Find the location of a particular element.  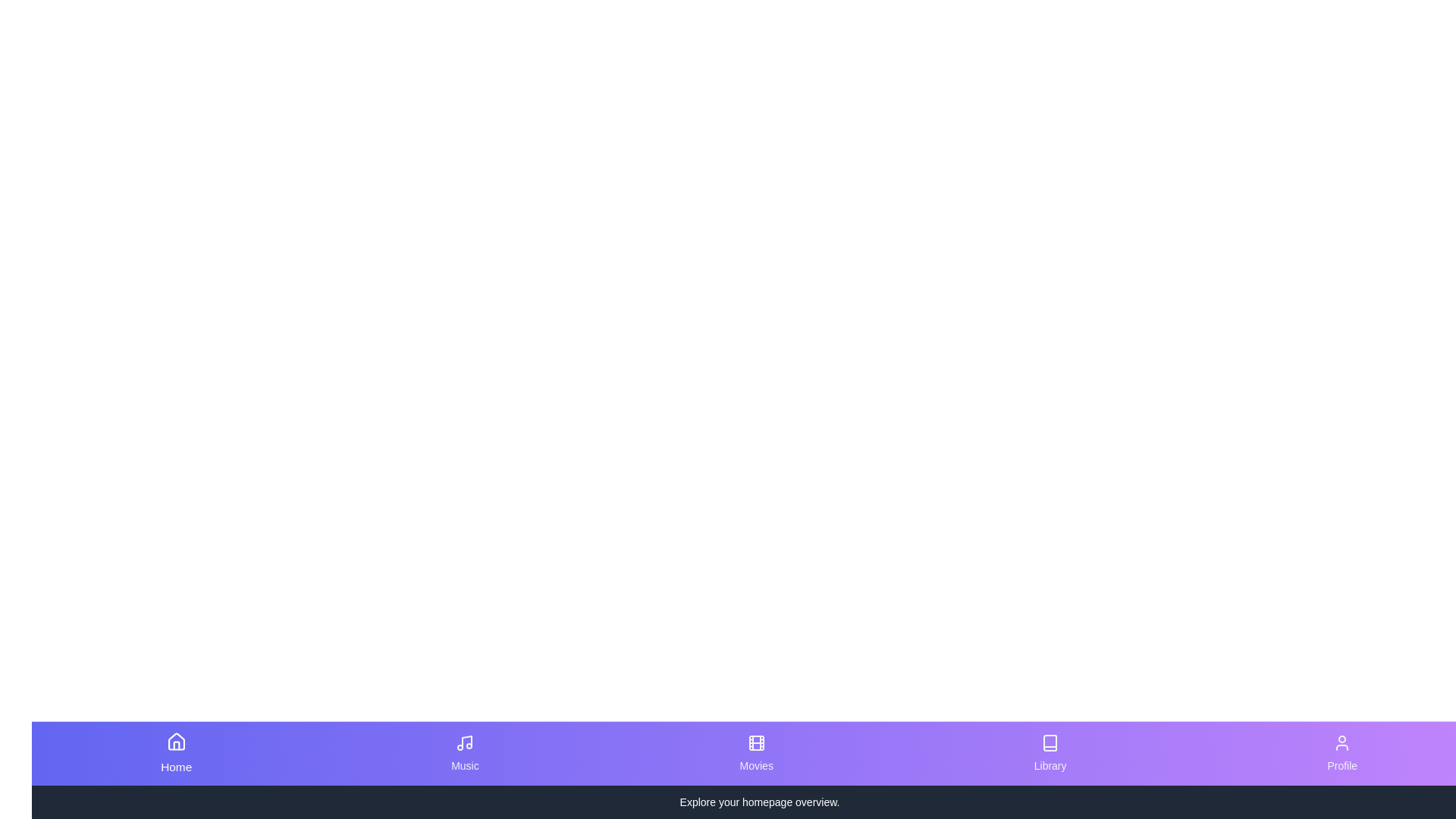

the Profile button to observe the transition effect is located at coordinates (1342, 754).